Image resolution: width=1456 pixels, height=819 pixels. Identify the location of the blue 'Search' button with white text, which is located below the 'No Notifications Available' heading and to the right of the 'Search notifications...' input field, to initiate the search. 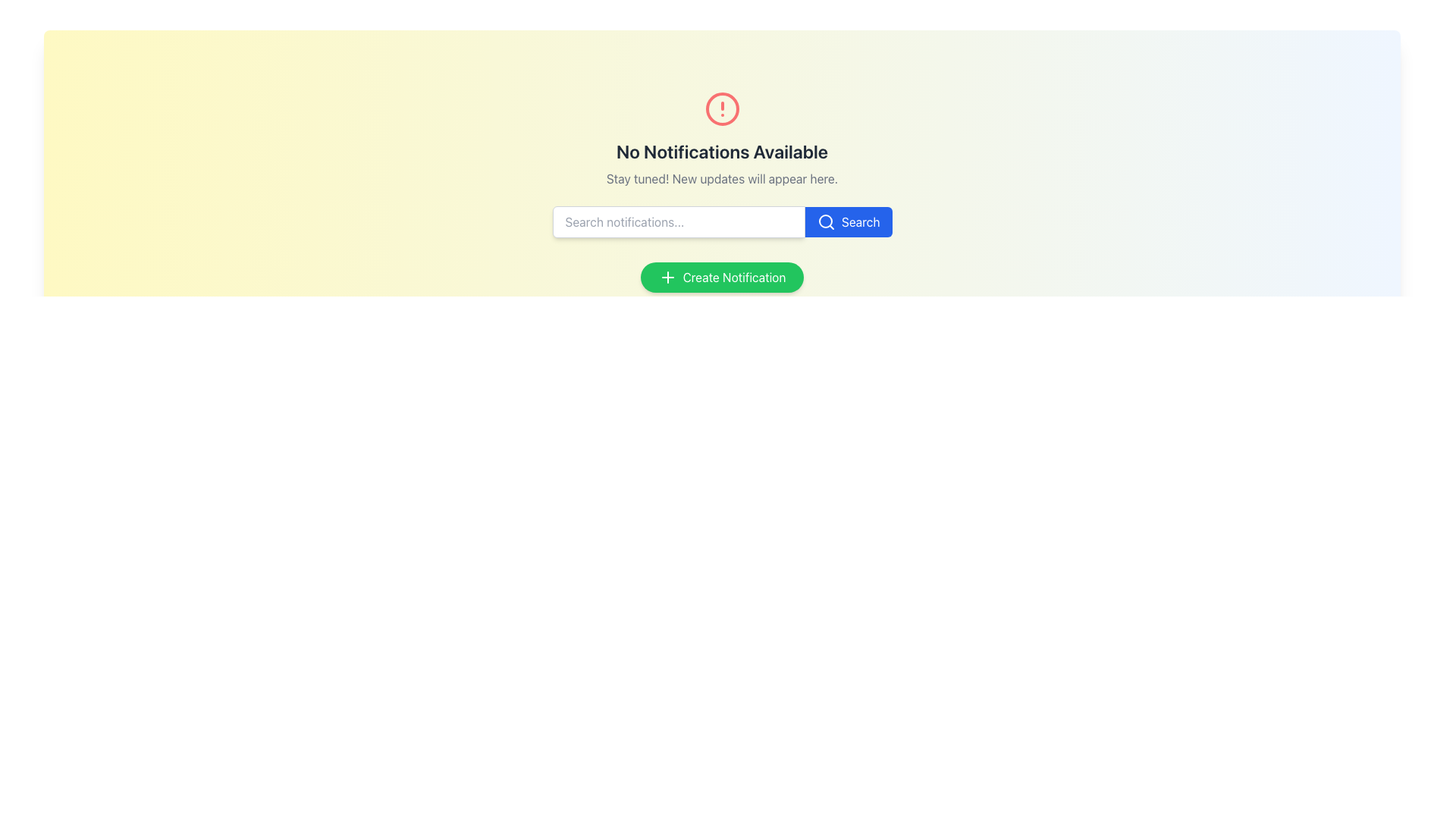
(847, 222).